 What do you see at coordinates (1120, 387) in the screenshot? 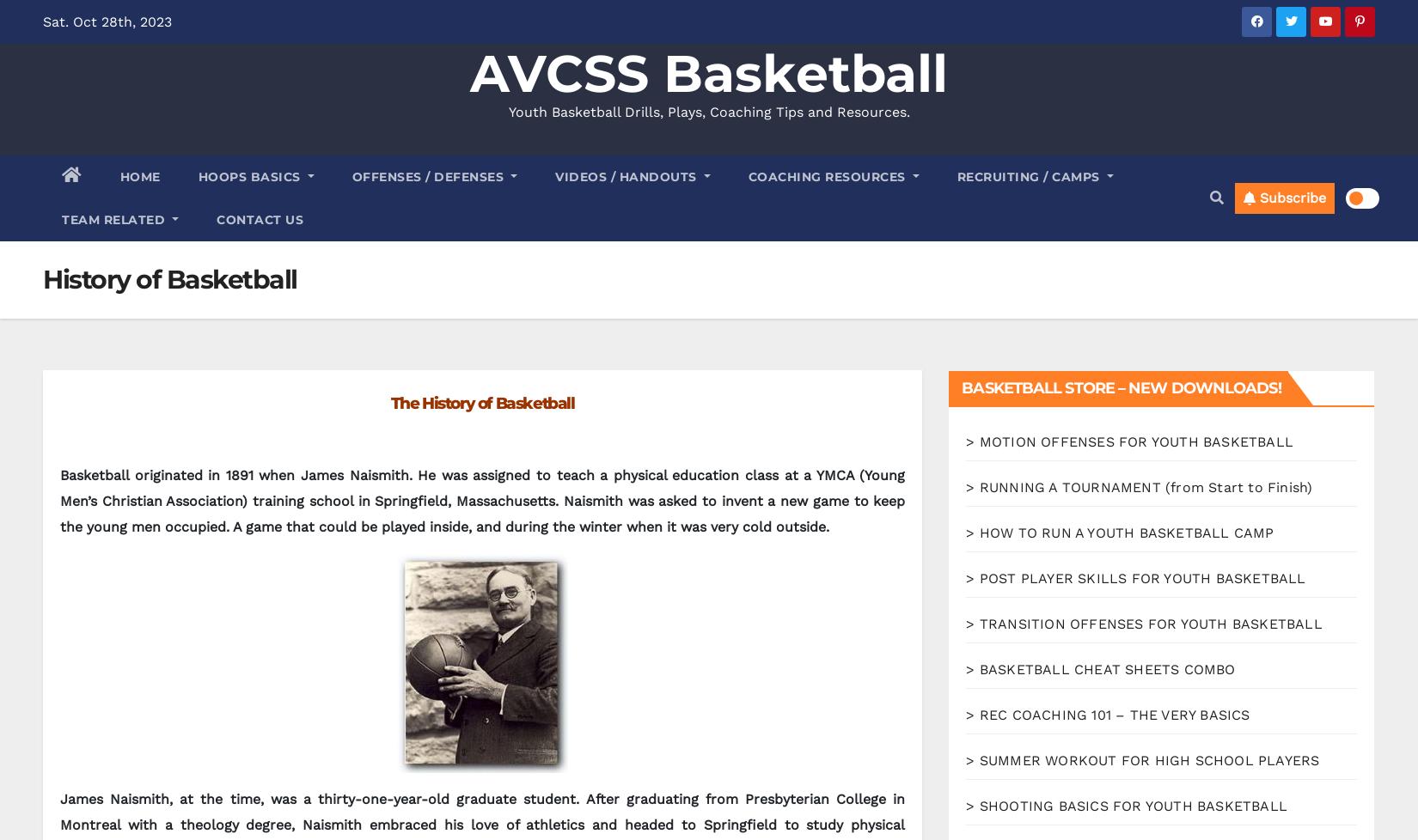
I see `'BASKETBALL STORE – NEW DOWNLOADS!'` at bounding box center [1120, 387].